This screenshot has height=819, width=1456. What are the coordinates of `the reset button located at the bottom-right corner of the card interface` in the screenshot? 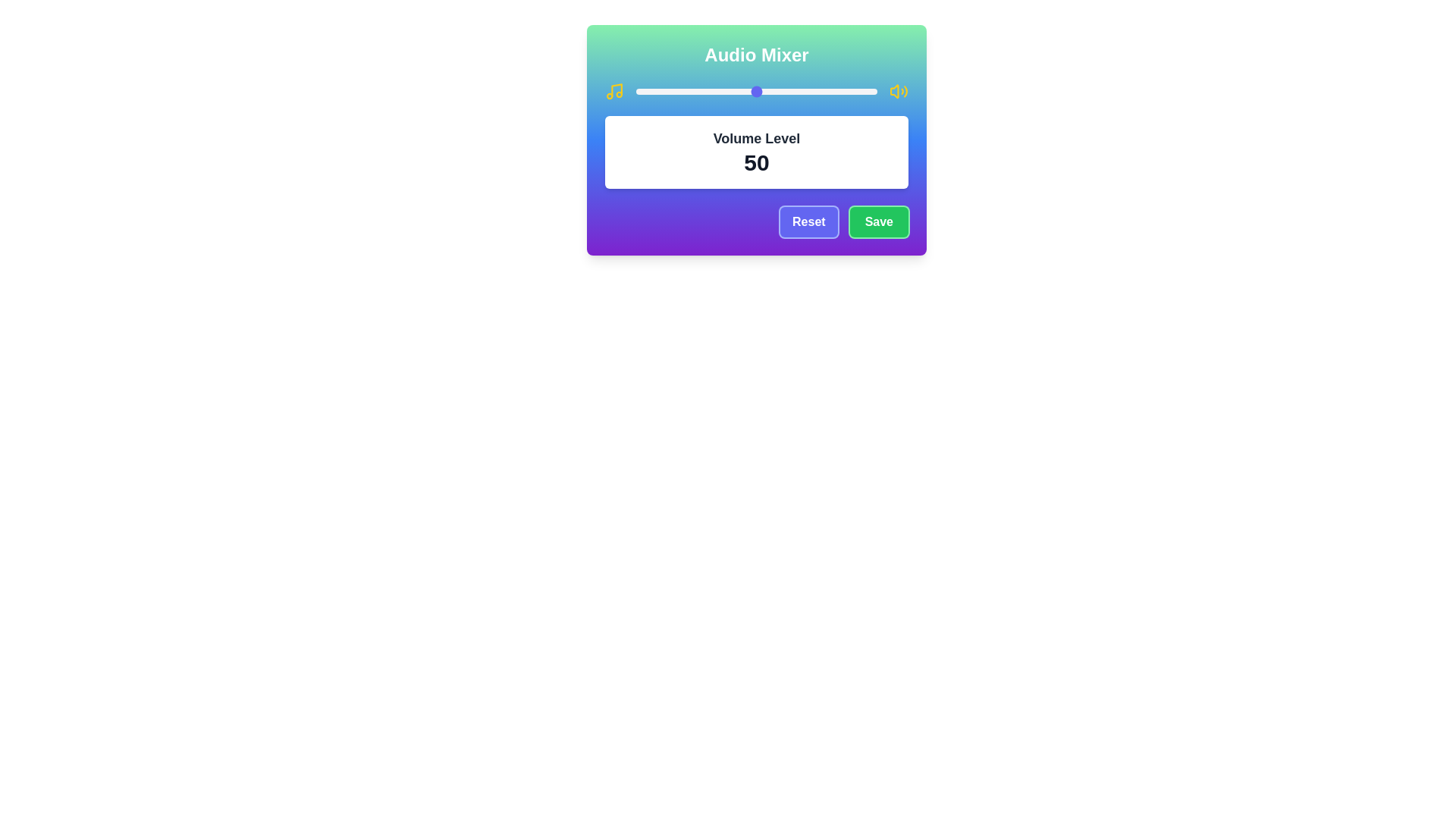 It's located at (808, 222).